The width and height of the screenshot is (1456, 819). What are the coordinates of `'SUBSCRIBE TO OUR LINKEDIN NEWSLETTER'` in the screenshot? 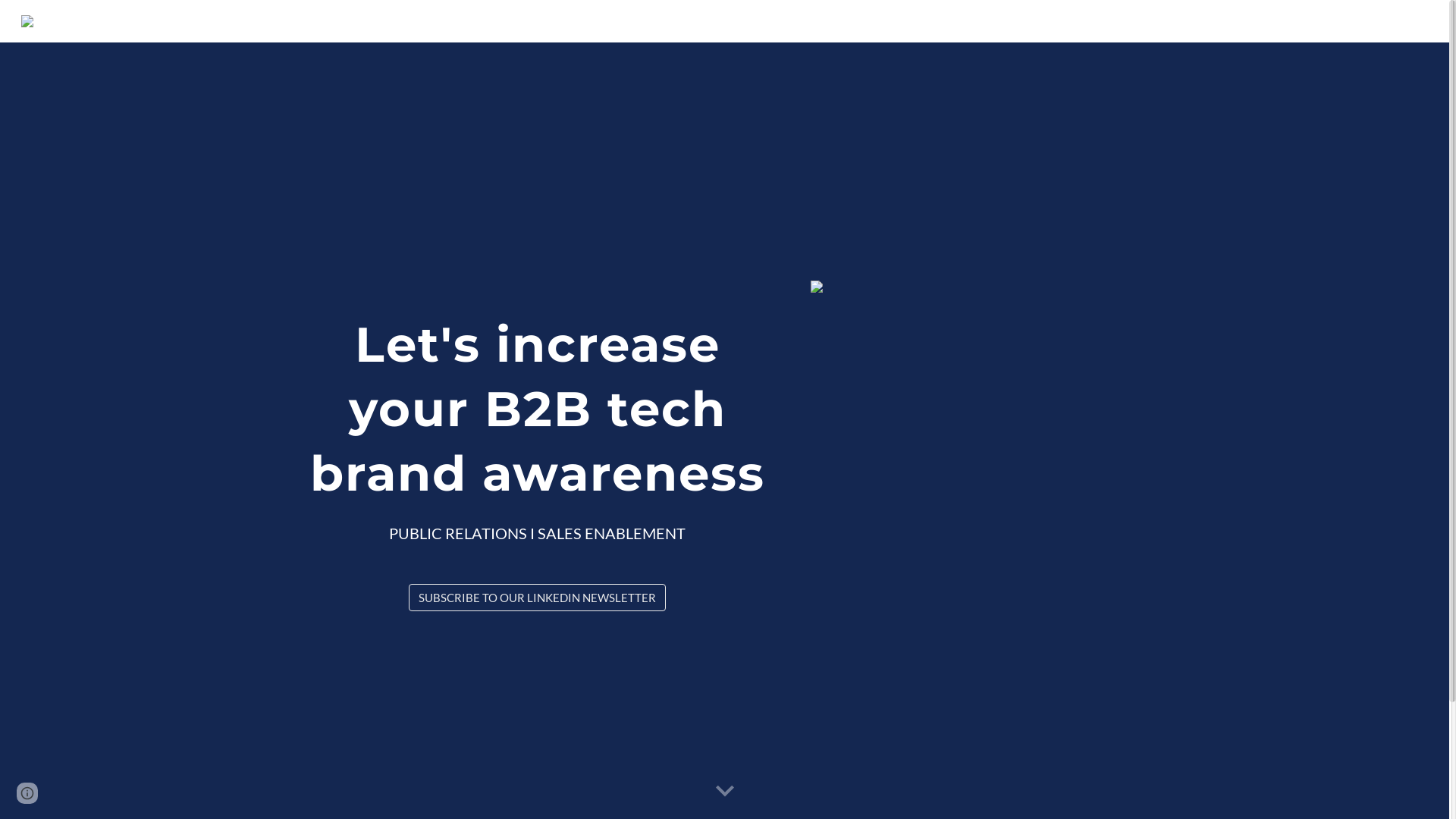 It's located at (537, 596).